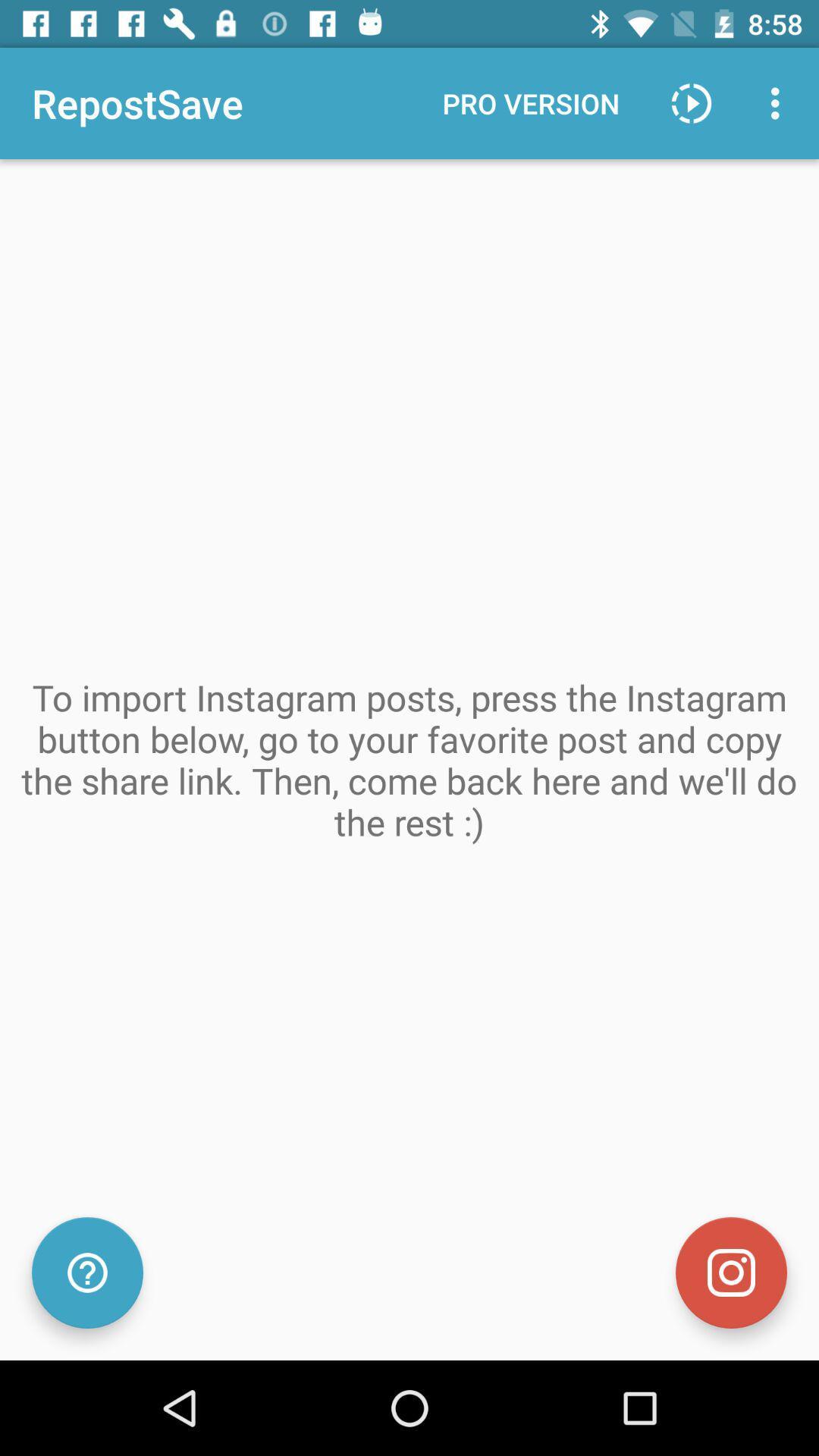 The image size is (819, 1456). I want to click on get information, so click(87, 1272).